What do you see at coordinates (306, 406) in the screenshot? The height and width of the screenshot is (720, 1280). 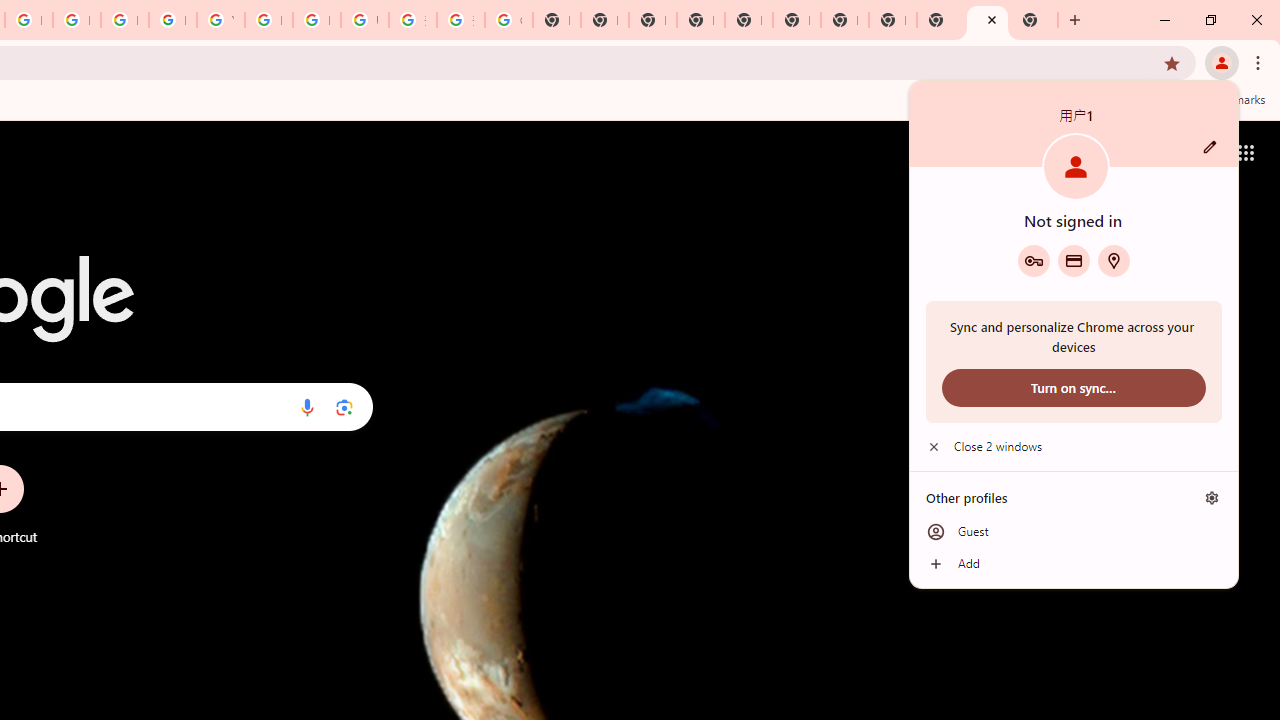 I see `'Search by voice'` at bounding box center [306, 406].